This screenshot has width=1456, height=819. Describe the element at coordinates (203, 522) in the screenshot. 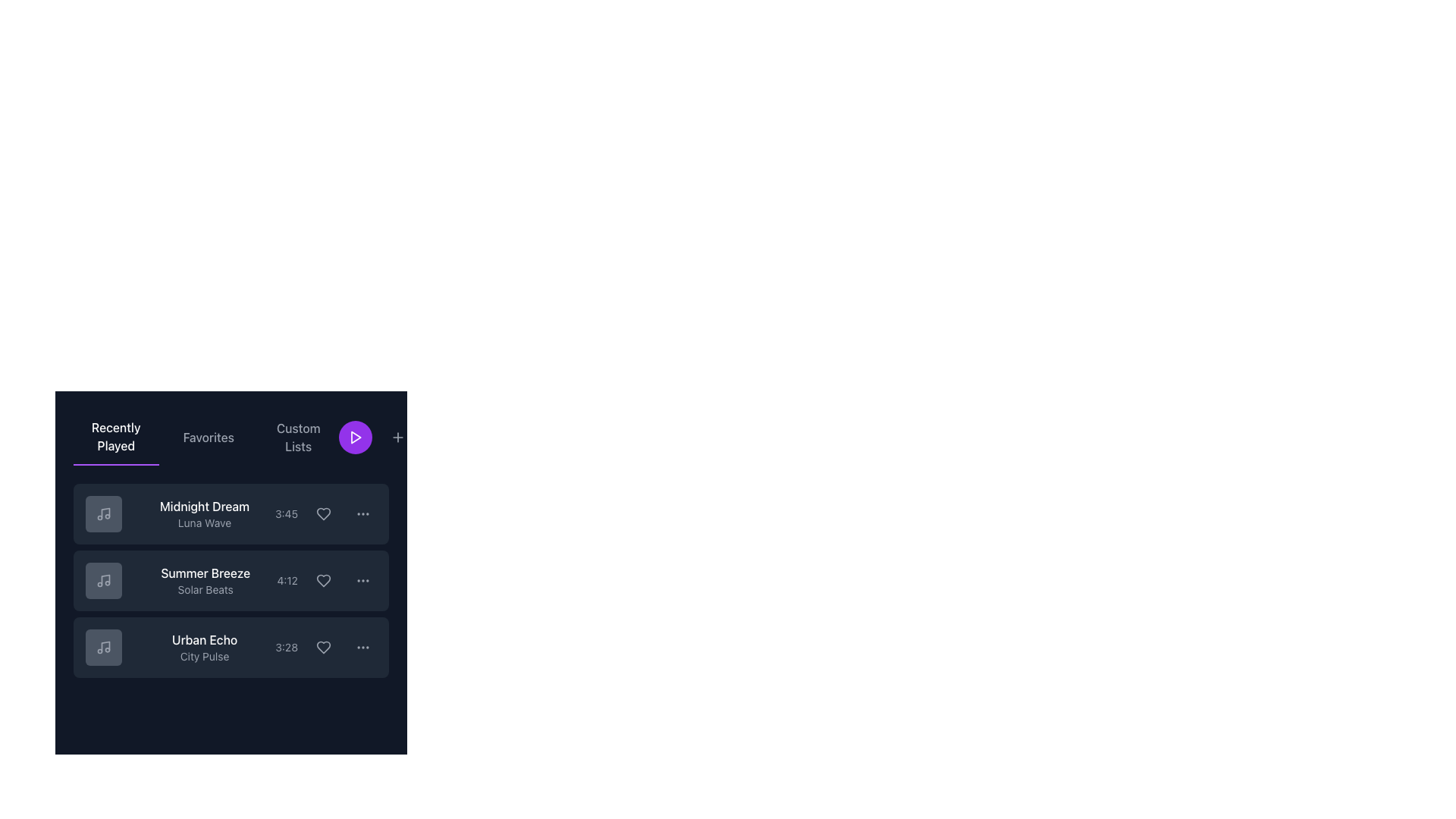

I see `the static text label reading 'Luna Wave', which is styled in small gray font and located below 'Midnight Dream' in the 'Recently Played' section` at that location.